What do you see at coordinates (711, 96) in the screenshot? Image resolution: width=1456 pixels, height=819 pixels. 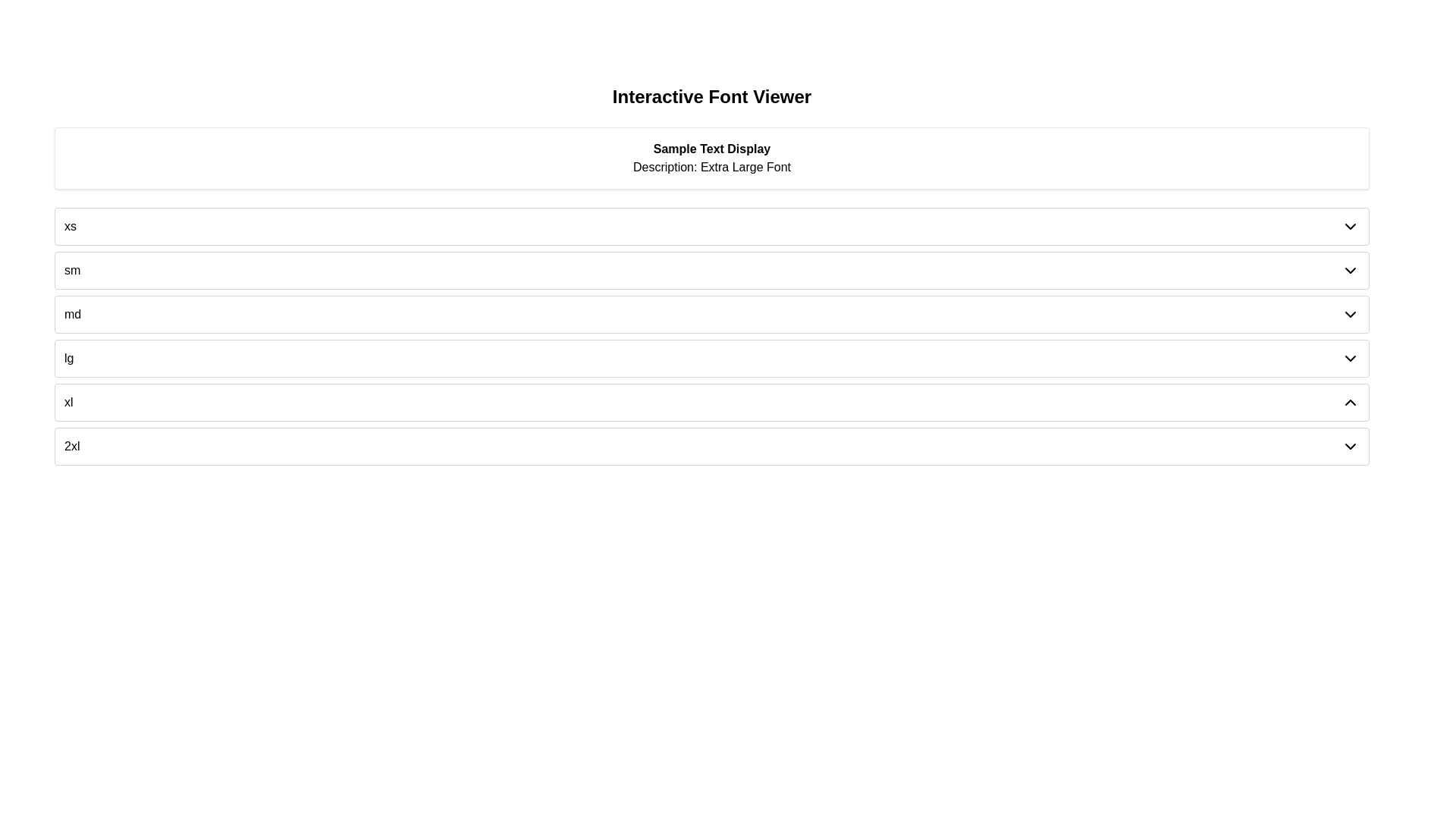 I see `the prominent title text label 'Interactive Font Viewer' located at the top-center of the interface` at bounding box center [711, 96].